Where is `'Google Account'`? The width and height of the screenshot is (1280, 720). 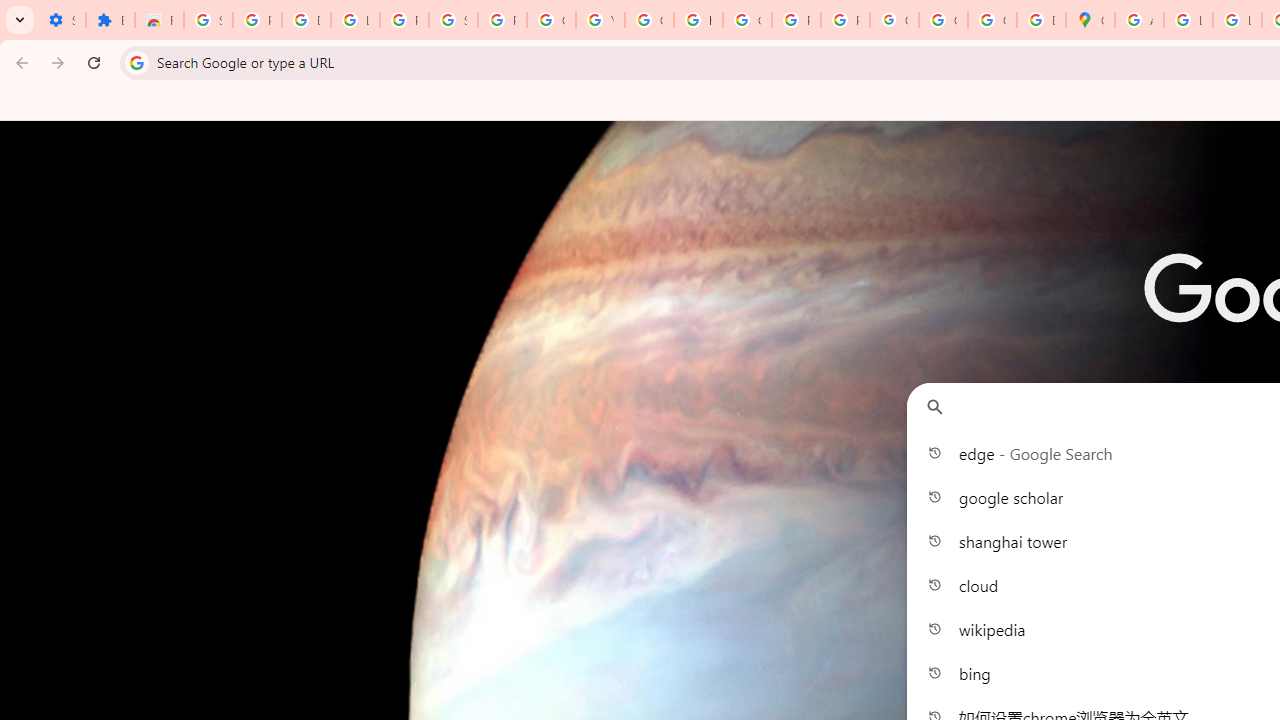 'Google Account' is located at coordinates (551, 20).